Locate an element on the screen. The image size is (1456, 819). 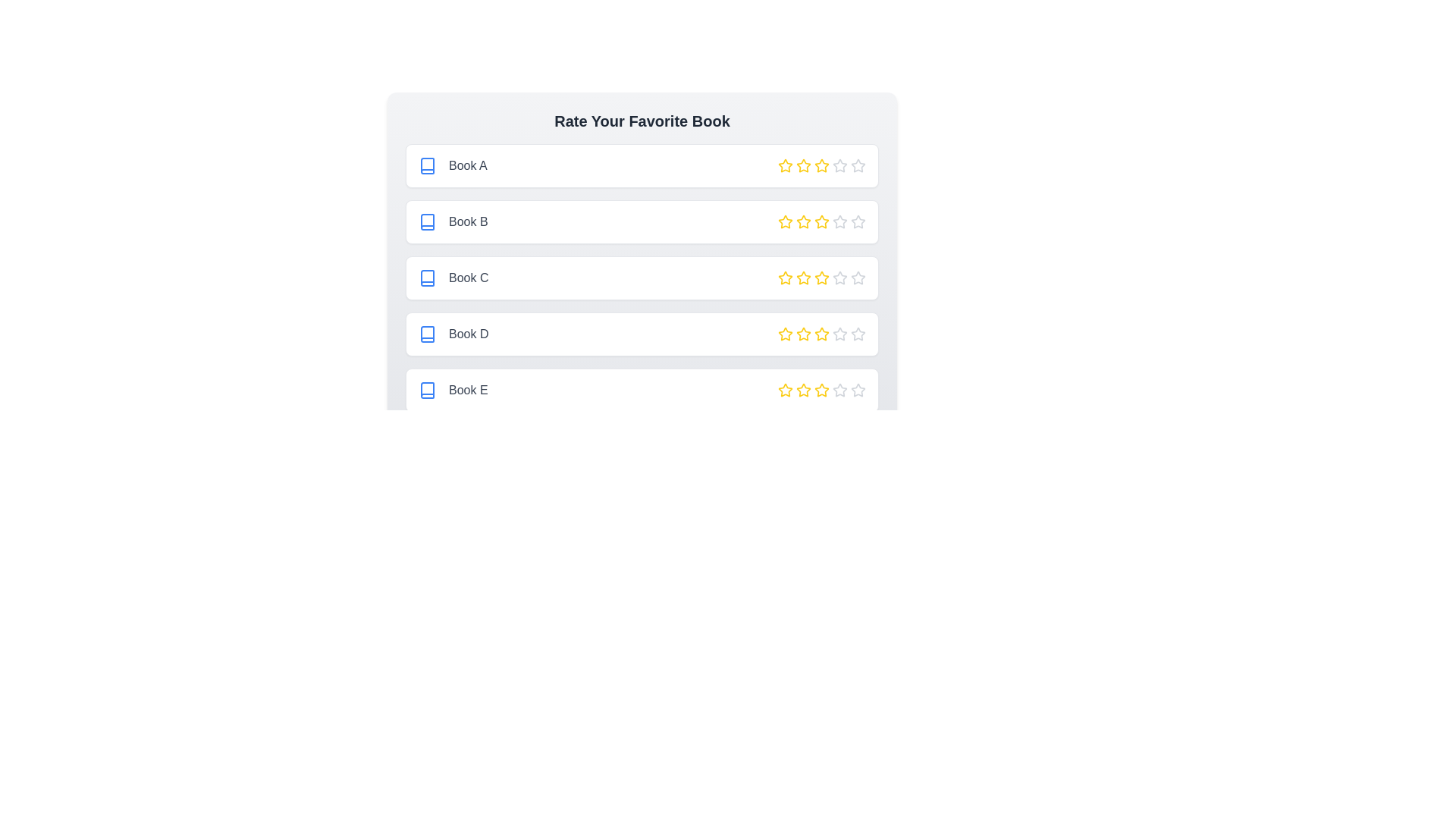
the star corresponding to 2 stars for the book titled Book B is located at coordinates (803, 222).